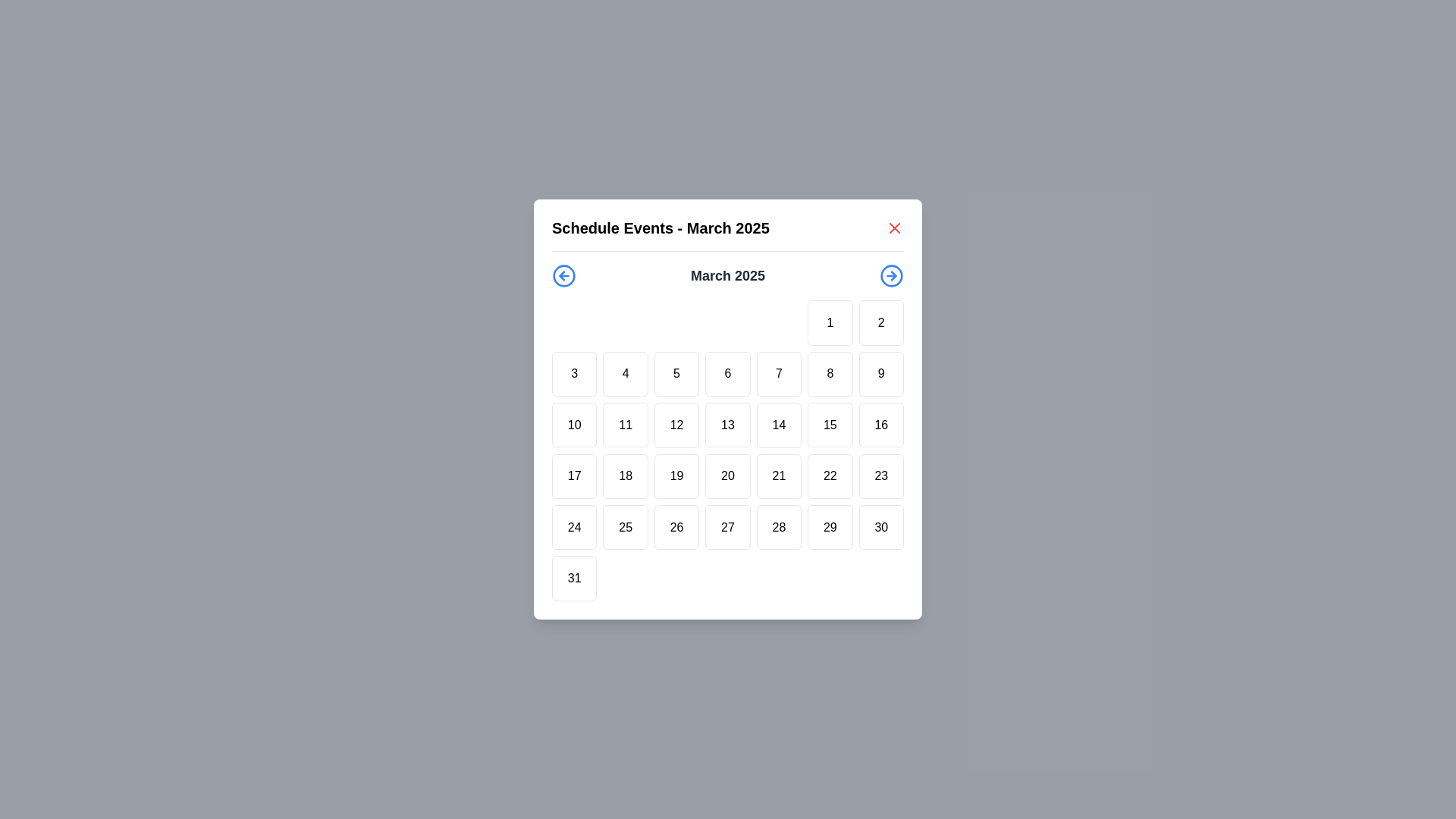 This screenshot has height=819, width=1456. What do you see at coordinates (573, 425) in the screenshot?
I see `the square-shaped calendar cell displaying the number '10'` at bounding box center [573, 425].